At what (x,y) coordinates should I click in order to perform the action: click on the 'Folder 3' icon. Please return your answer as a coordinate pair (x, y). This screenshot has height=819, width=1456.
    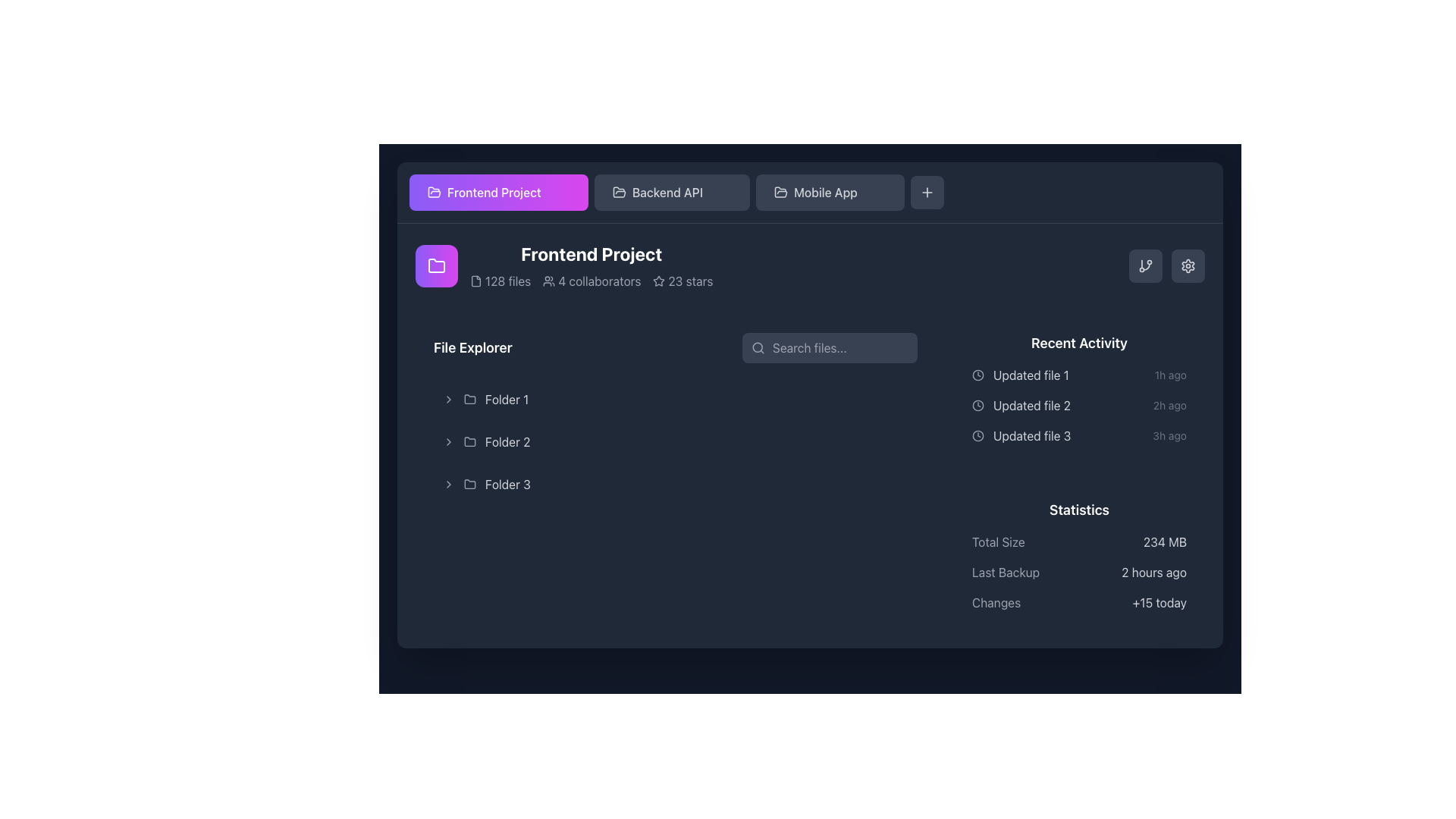
    Looking at the image, I should click on (469, 485).